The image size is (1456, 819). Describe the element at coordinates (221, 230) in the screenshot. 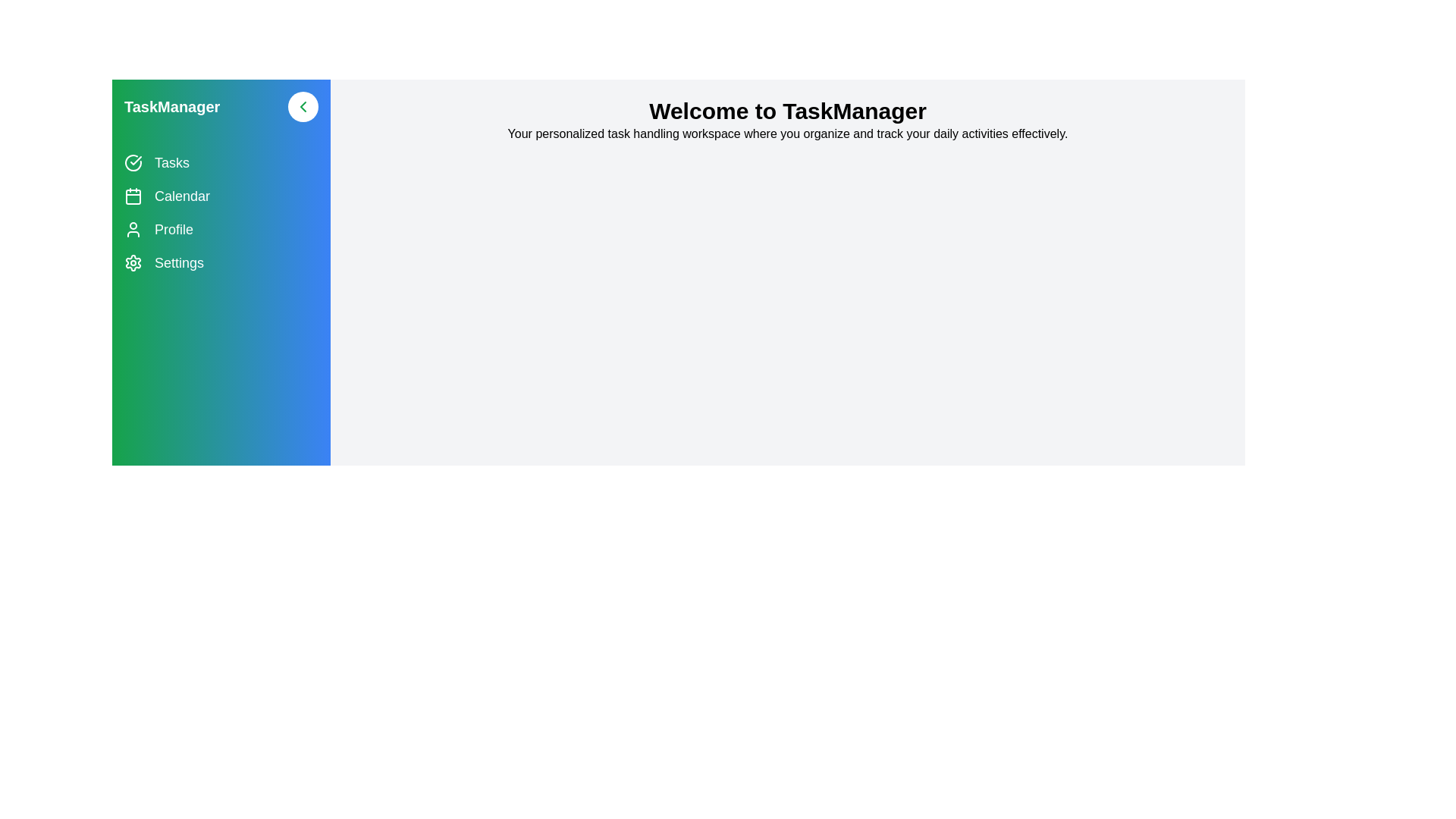

I see `the navigation item Profile to observe its hover effect` at that location.